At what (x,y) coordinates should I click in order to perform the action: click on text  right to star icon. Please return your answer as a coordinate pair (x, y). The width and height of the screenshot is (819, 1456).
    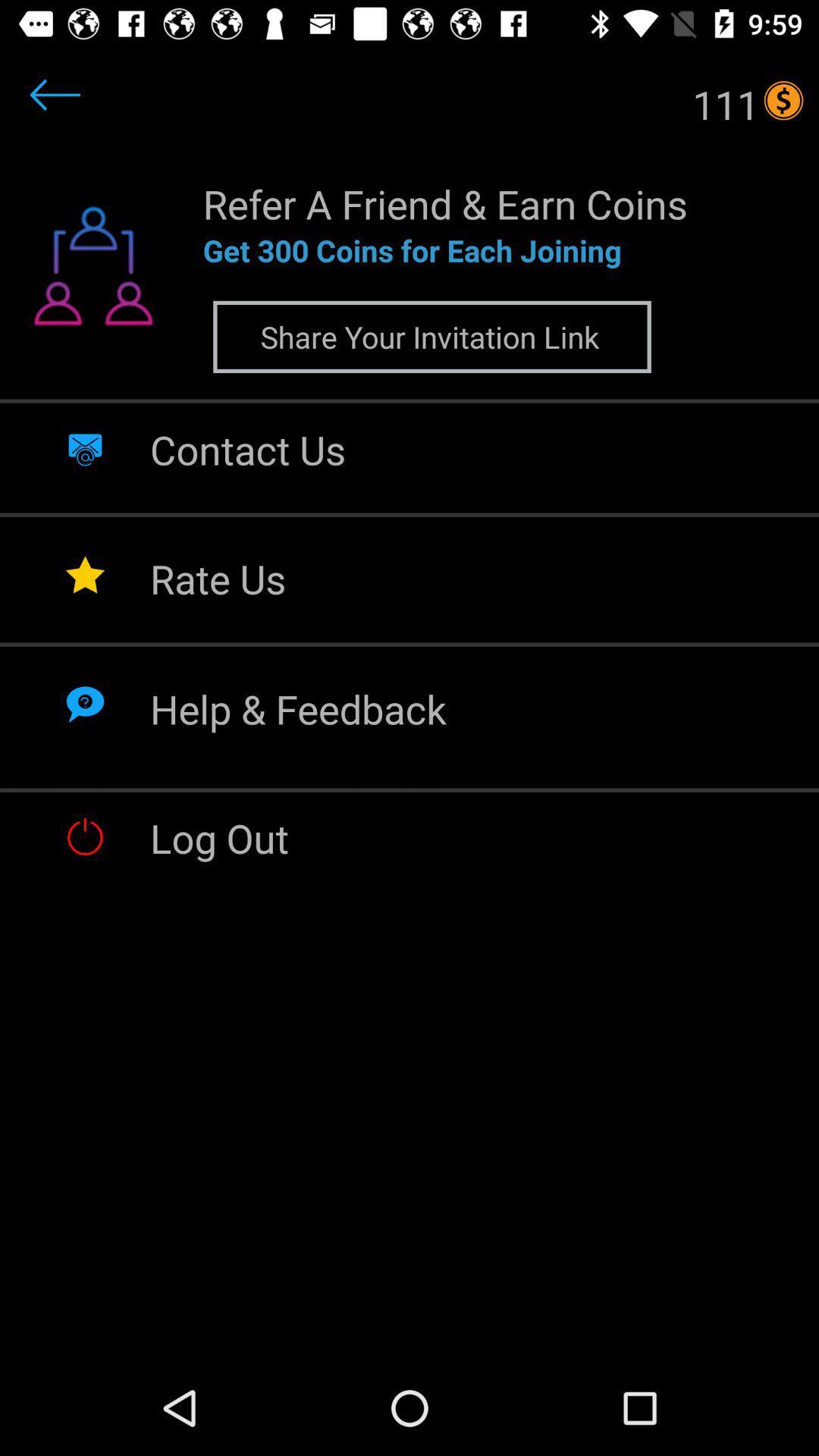
    Looking at the image, I should click on (218, 578).